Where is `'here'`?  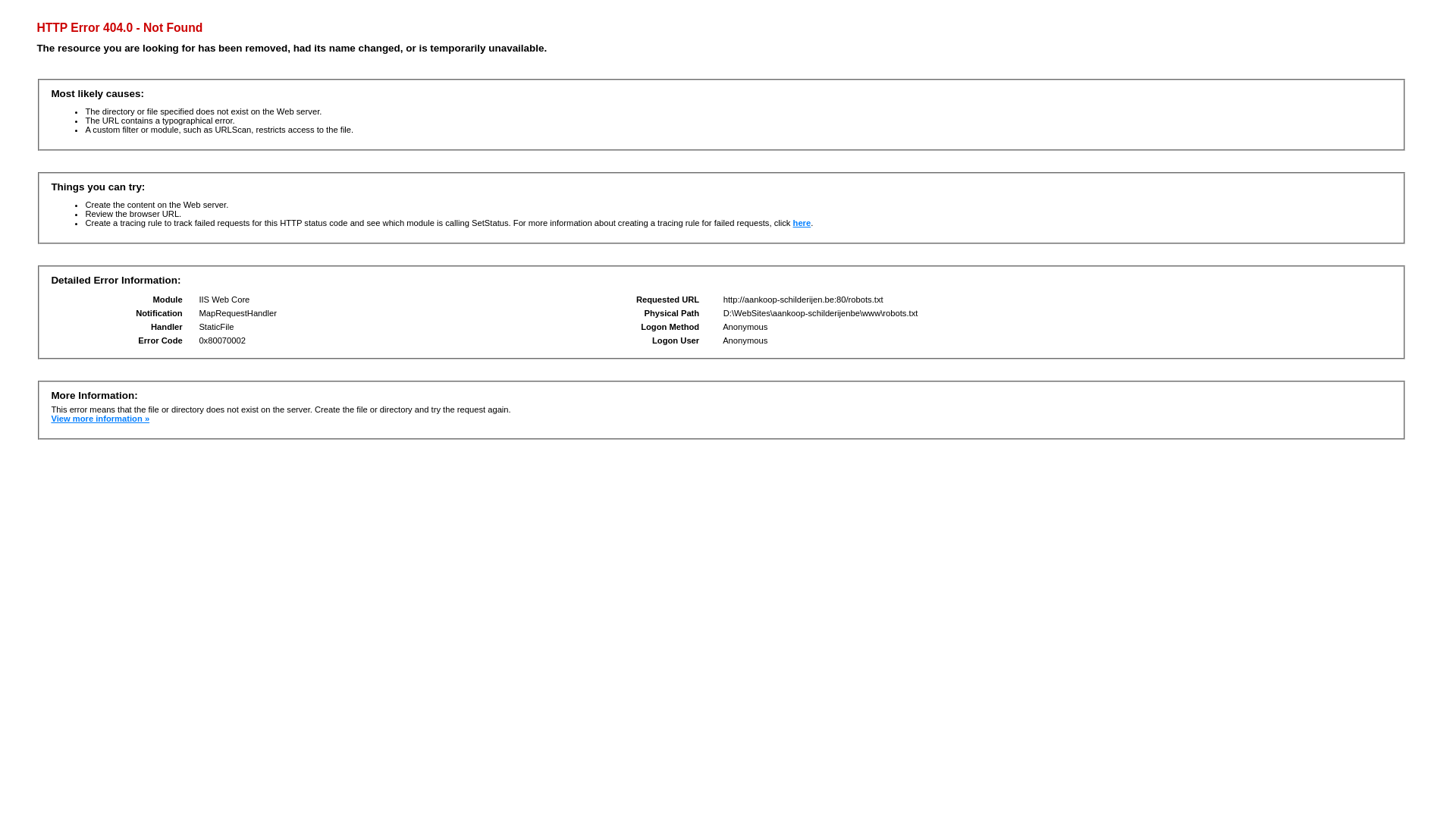
'here' is located at coordinates (801, 222).